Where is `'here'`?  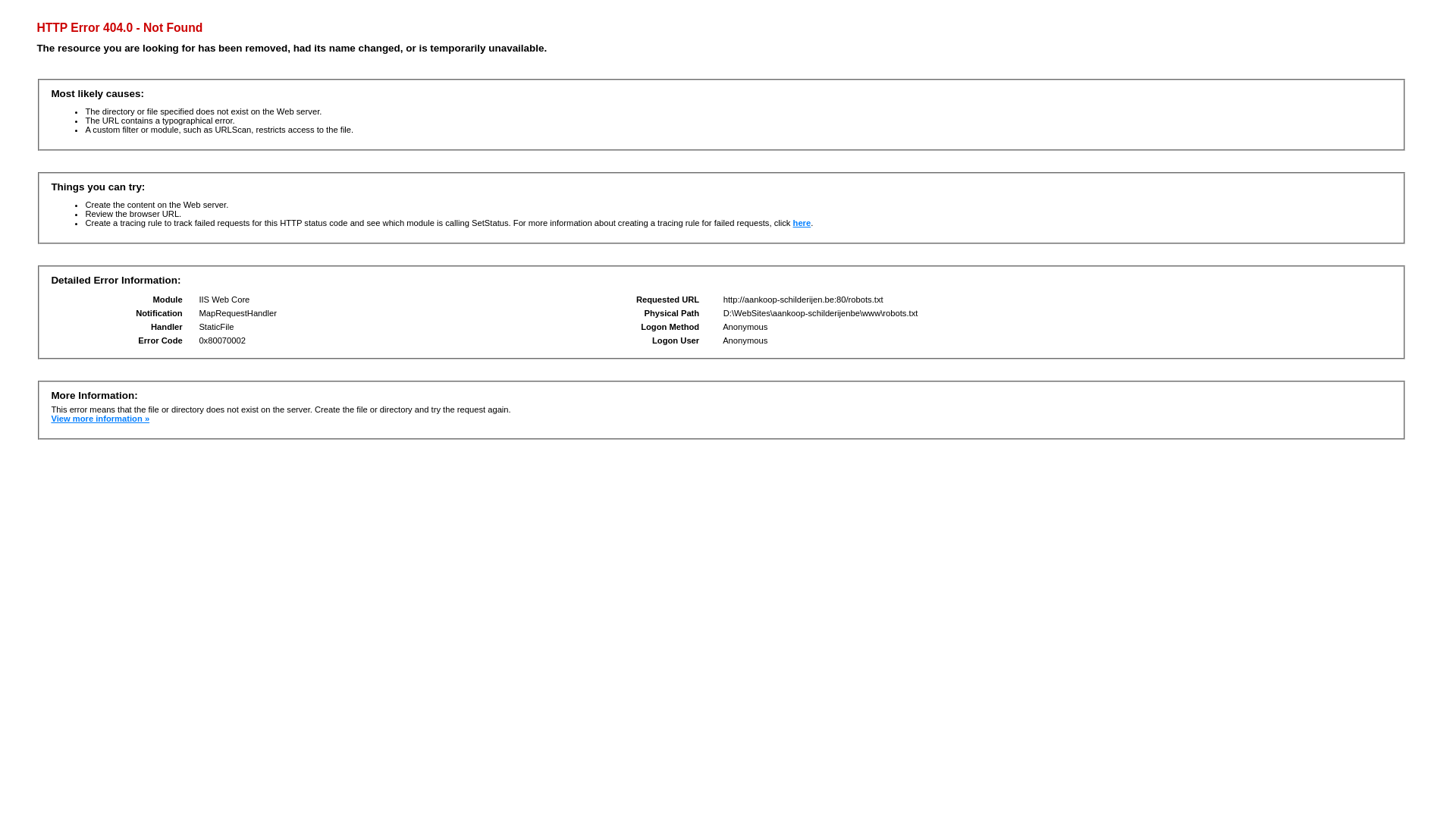
'here' is located at coordinates (801, 222).